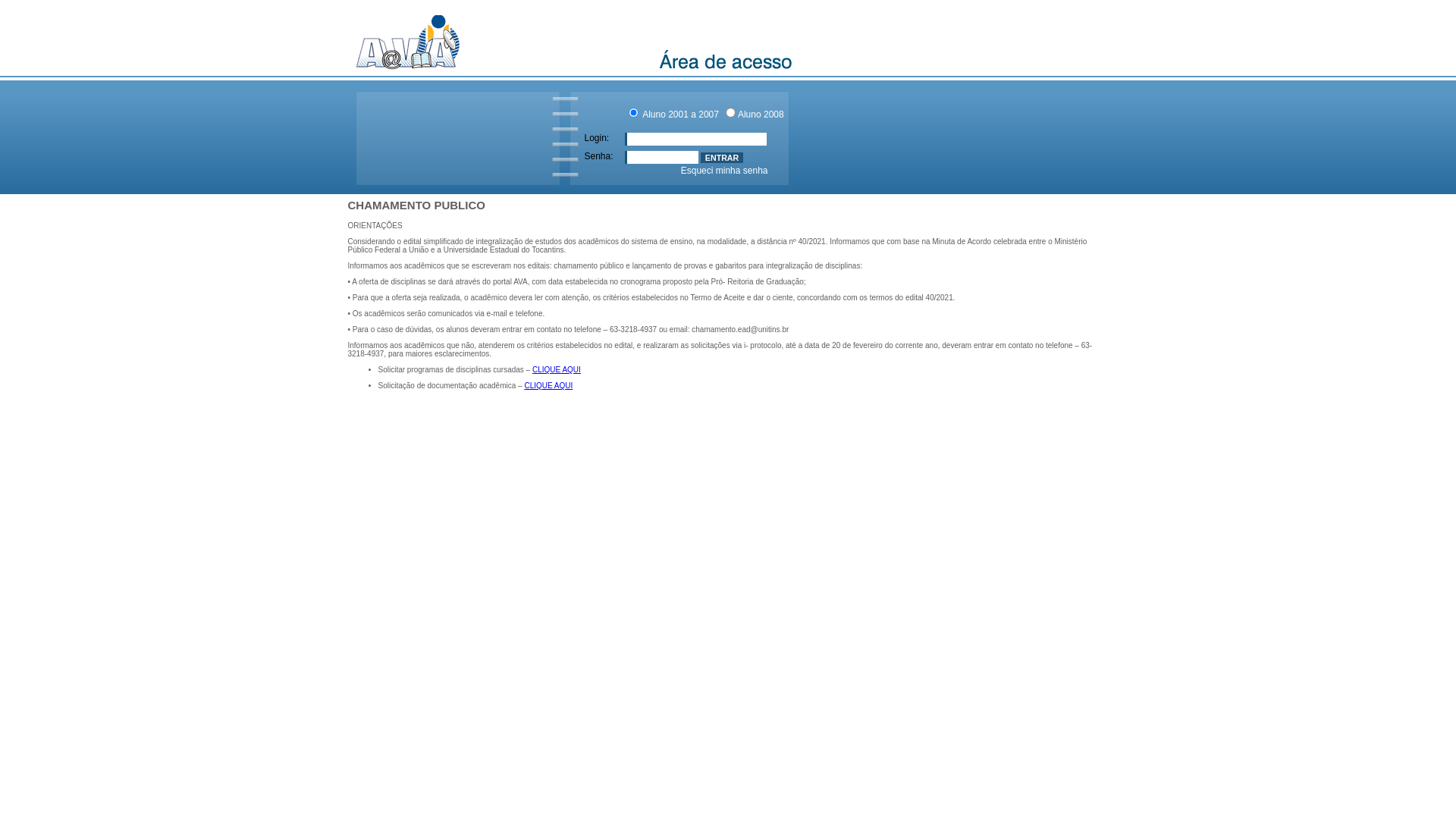  Describe the element at coordinates (724, 111) in the screenshot. I see `'2'` at that location.